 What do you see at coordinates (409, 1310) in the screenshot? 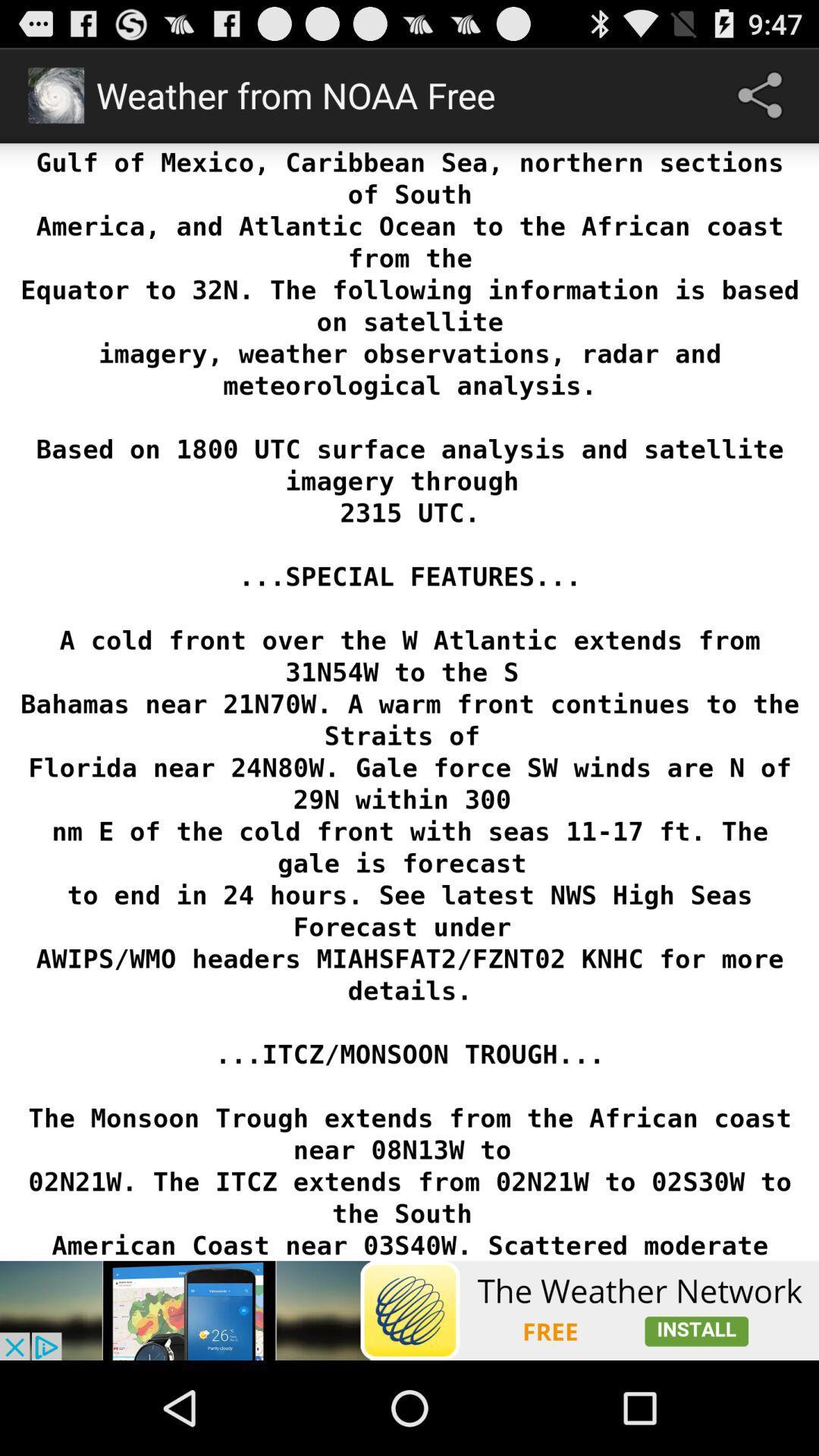
I see `for adverisment` at bounding box center [409, 1310].